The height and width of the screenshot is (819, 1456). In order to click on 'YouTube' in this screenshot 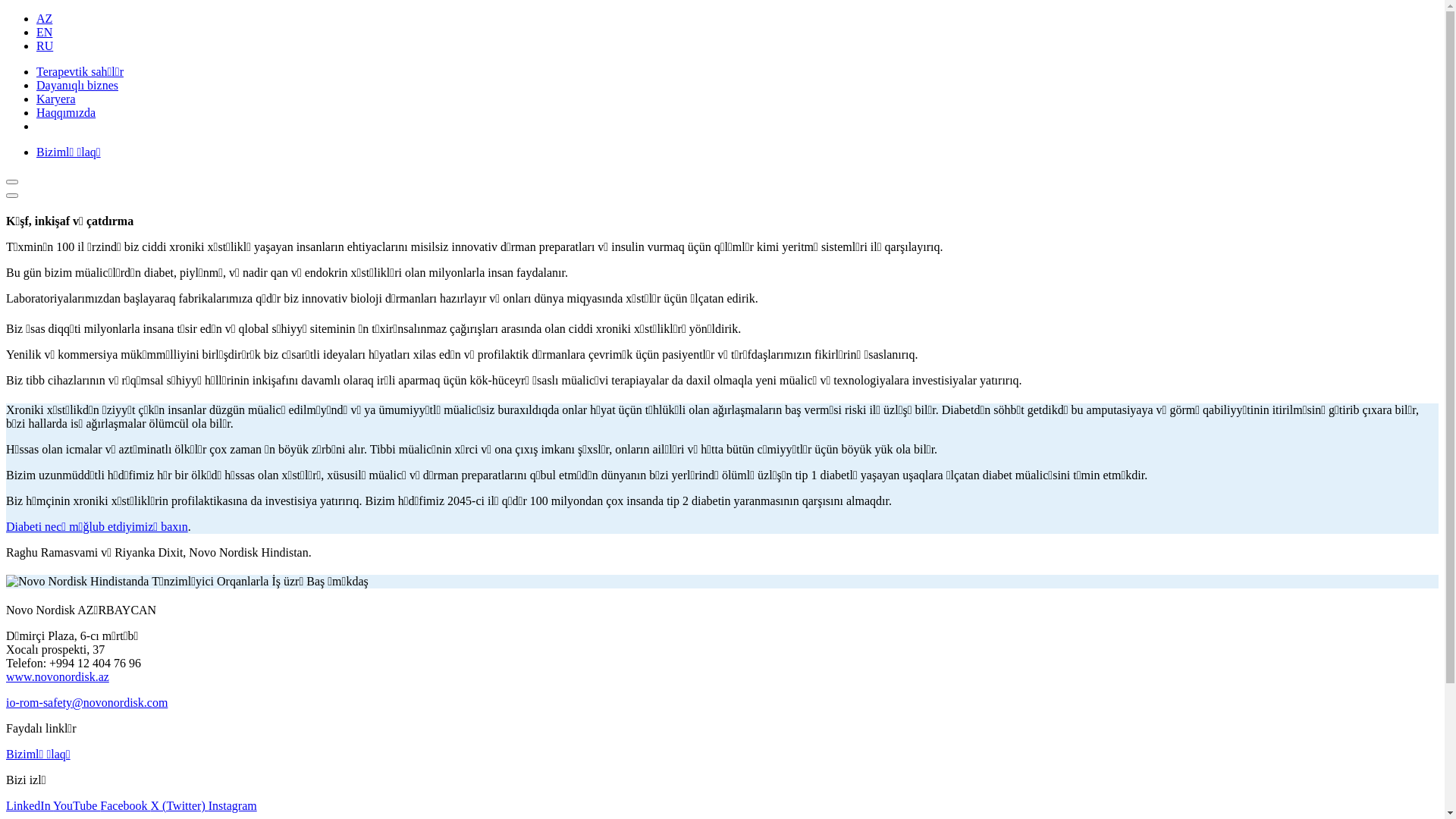, I will do `click(75, 805)`.